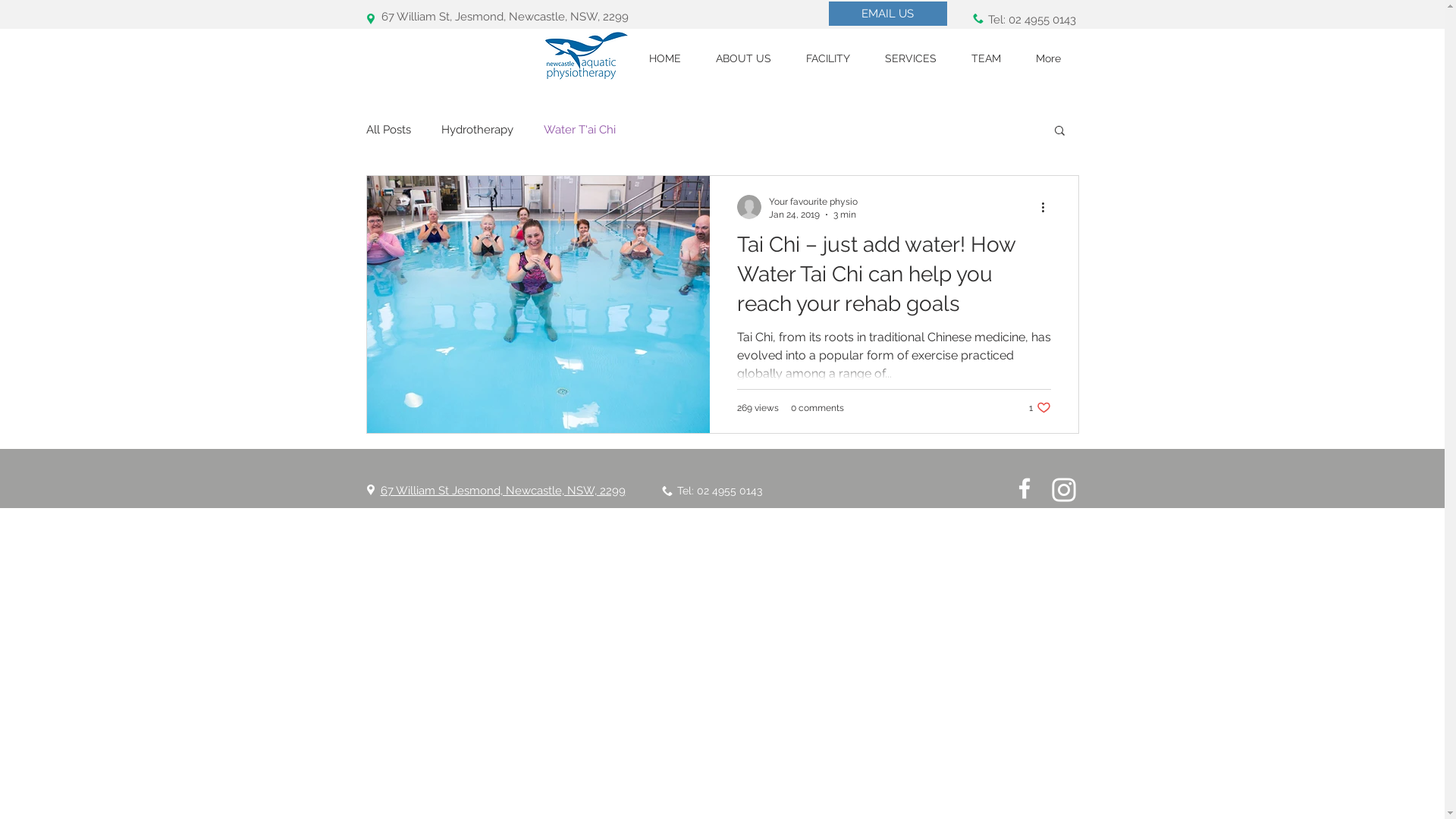  I want to click on 'EMAIL US', so click(887, 14).